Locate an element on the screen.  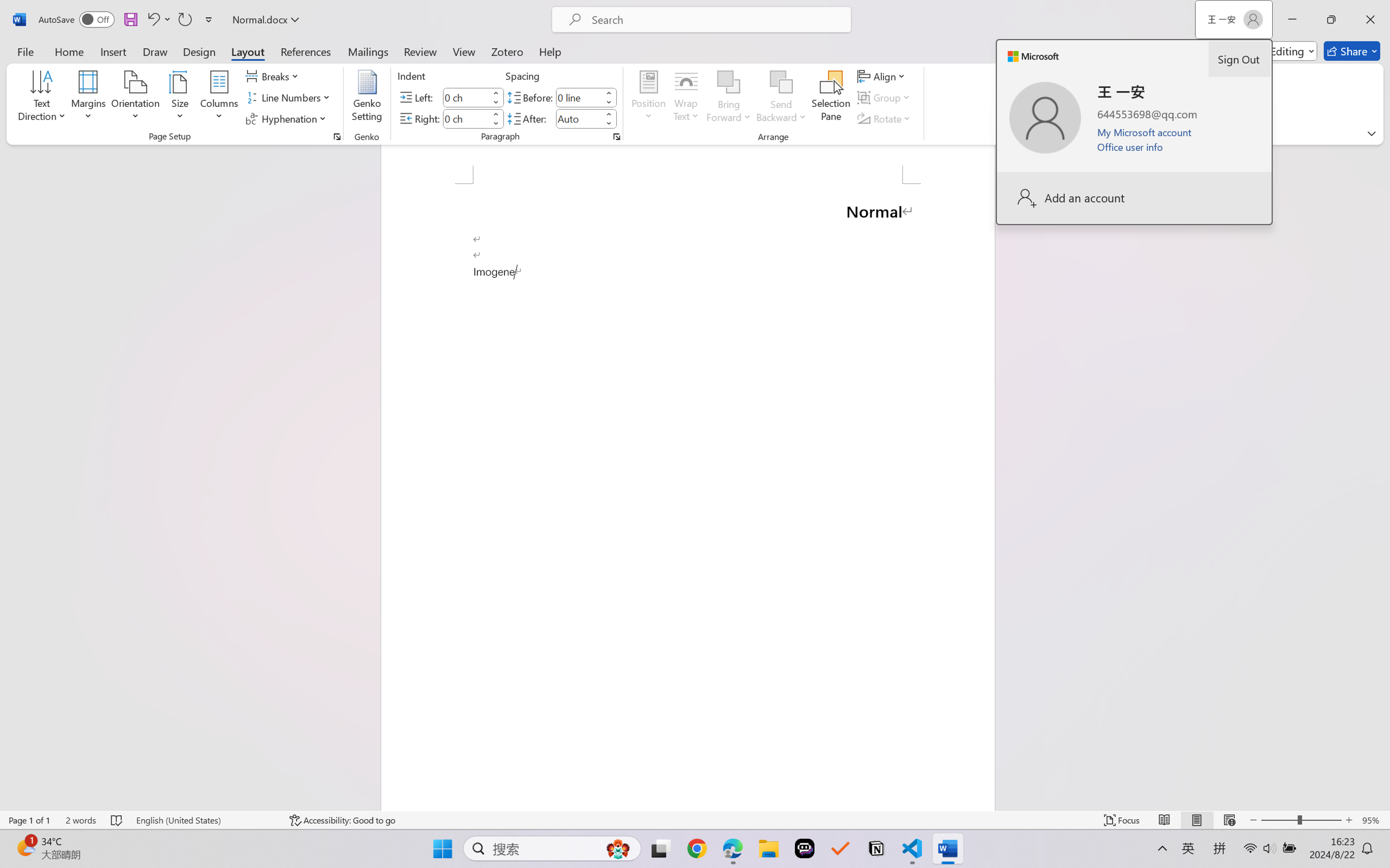
'More' is located at coordinates (608, 114).